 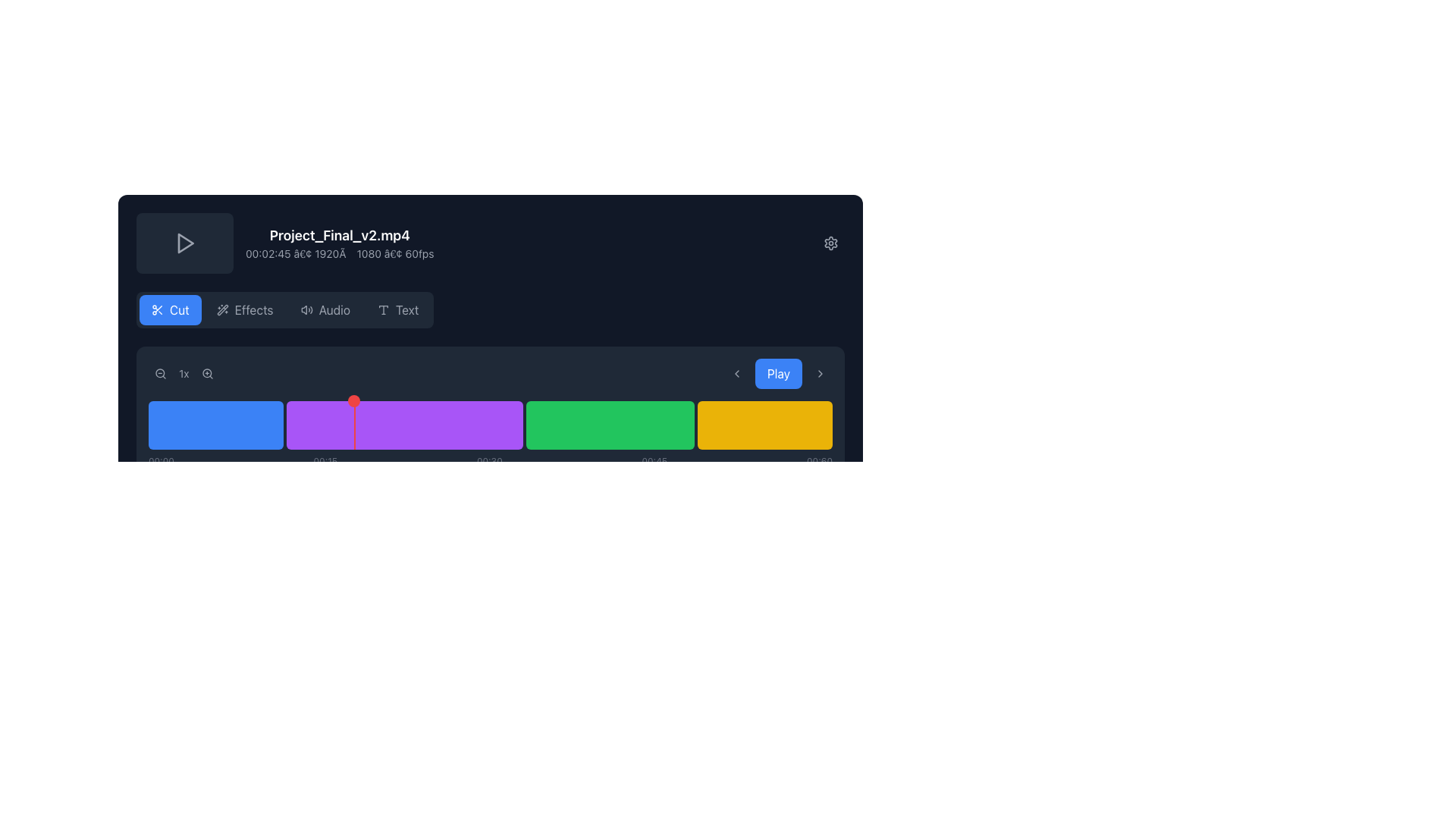 What do you see at coordinates (183, 374) in the screenshot?
I see `the text label displaying '1x' styled with a gray color scheme, located between a zoom-out icon and a zoom-in icon` at bounding box center [183, 374].